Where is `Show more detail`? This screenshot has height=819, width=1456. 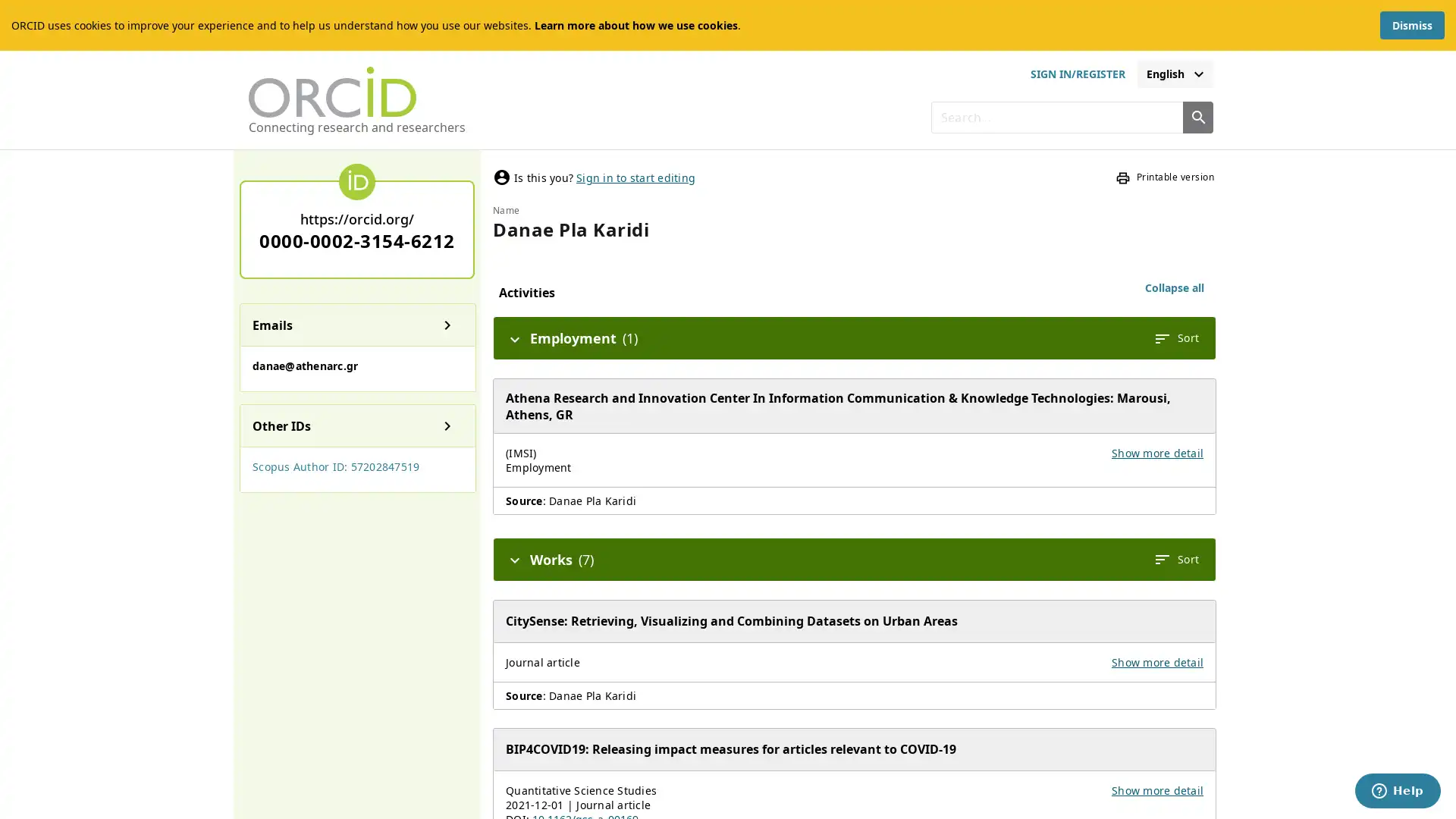
Show more detail is located at coordinates (1156, 451).